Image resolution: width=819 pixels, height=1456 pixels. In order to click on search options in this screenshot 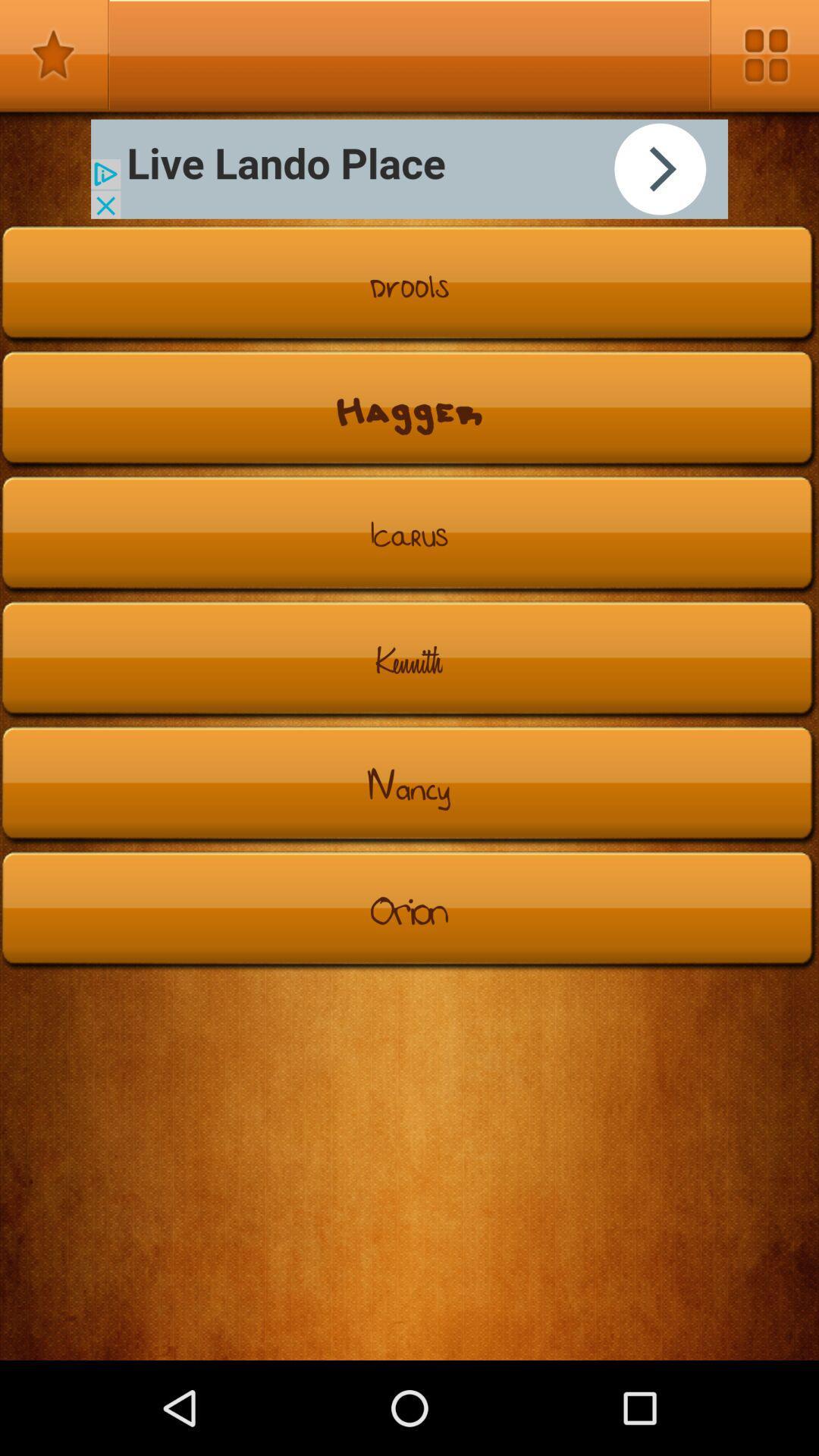, I will do `click(764, 55)`.